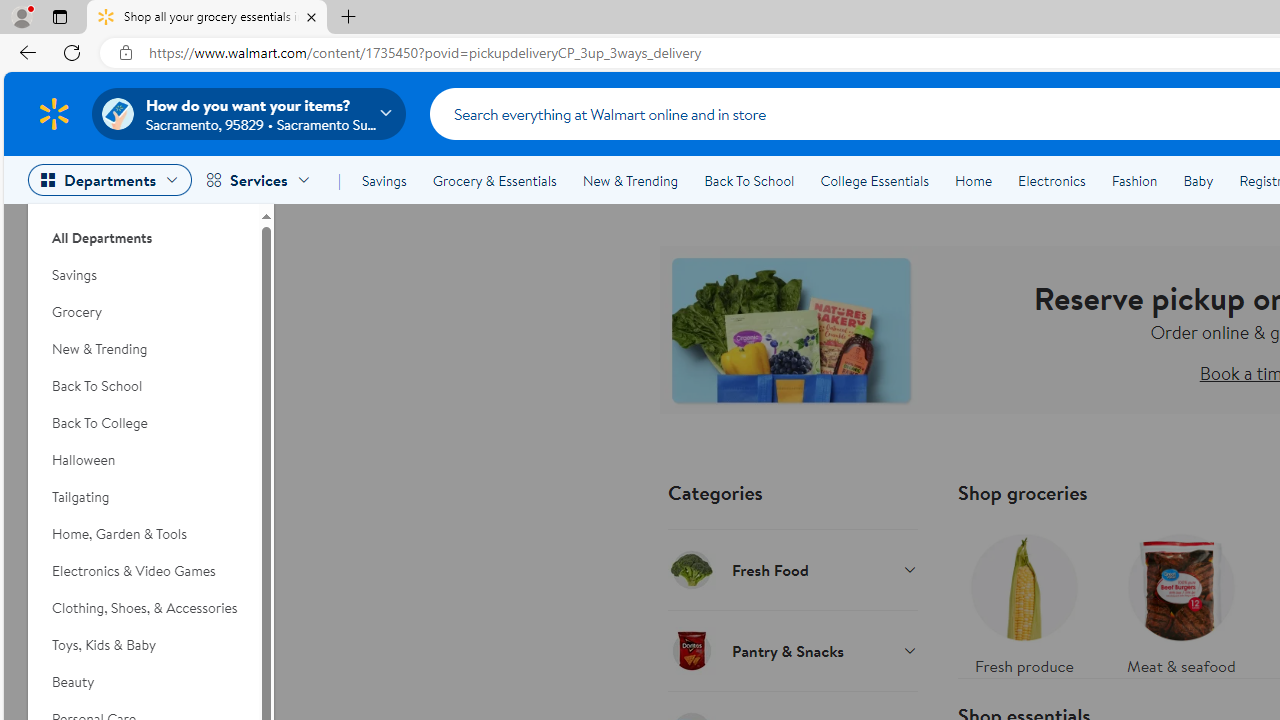  Describe the element at coordinates (142, 422) in the screenshot. I see `'Back To College'` at that location.